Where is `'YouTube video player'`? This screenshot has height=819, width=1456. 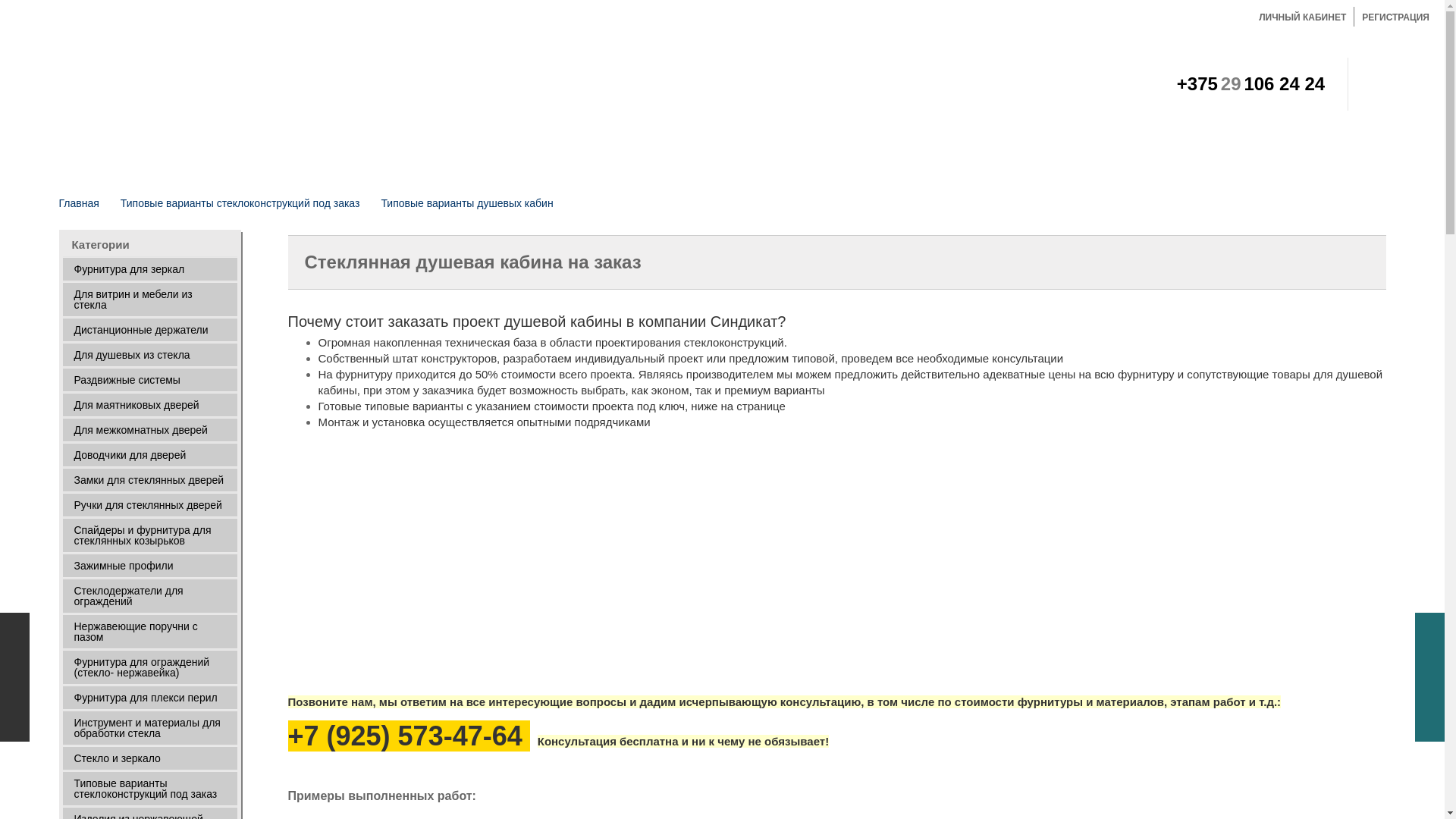 'YouTube video player' is located at coordinates (924, 562).